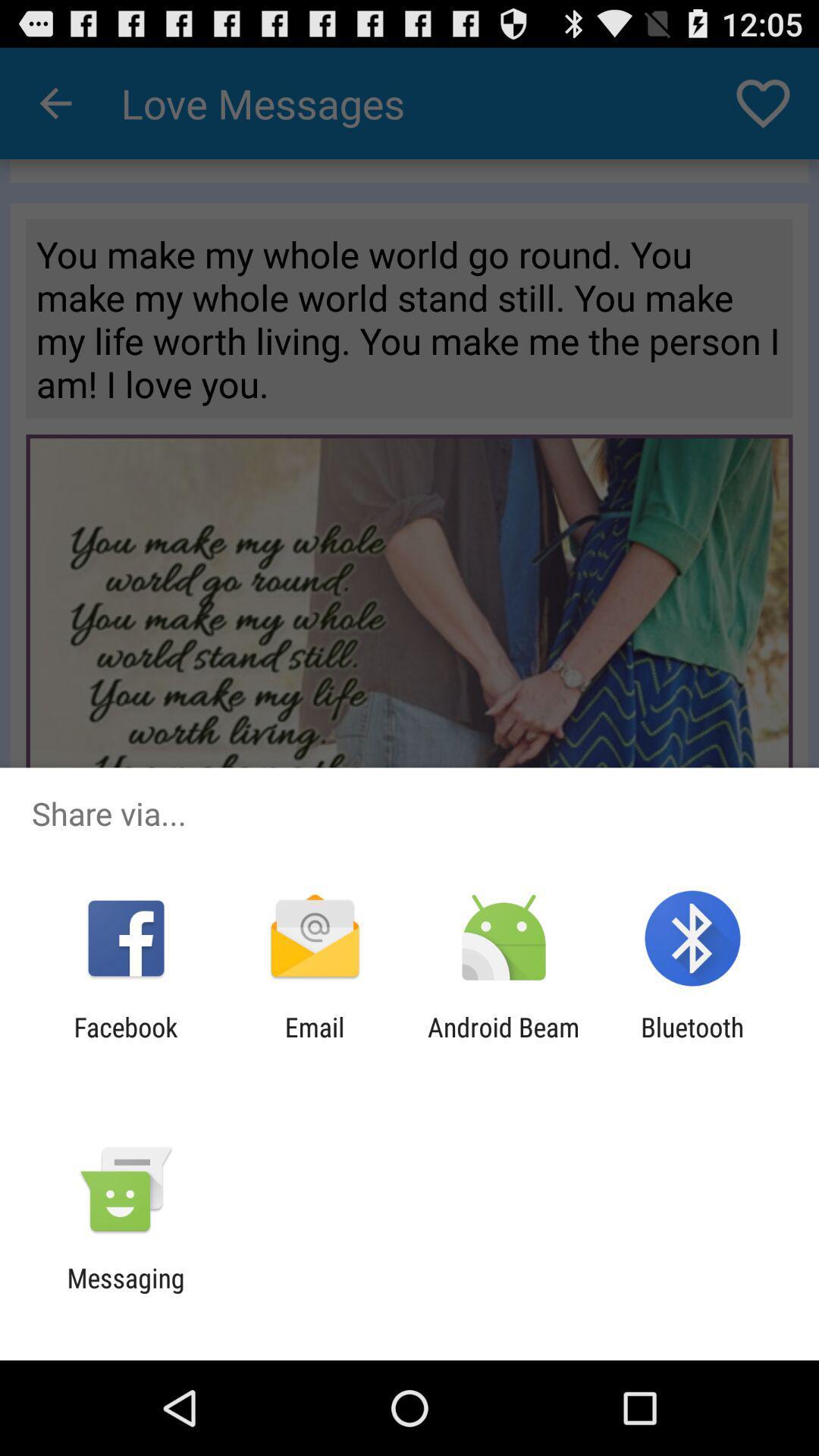  I want to click on the android beam icon, so click(504, 1042).